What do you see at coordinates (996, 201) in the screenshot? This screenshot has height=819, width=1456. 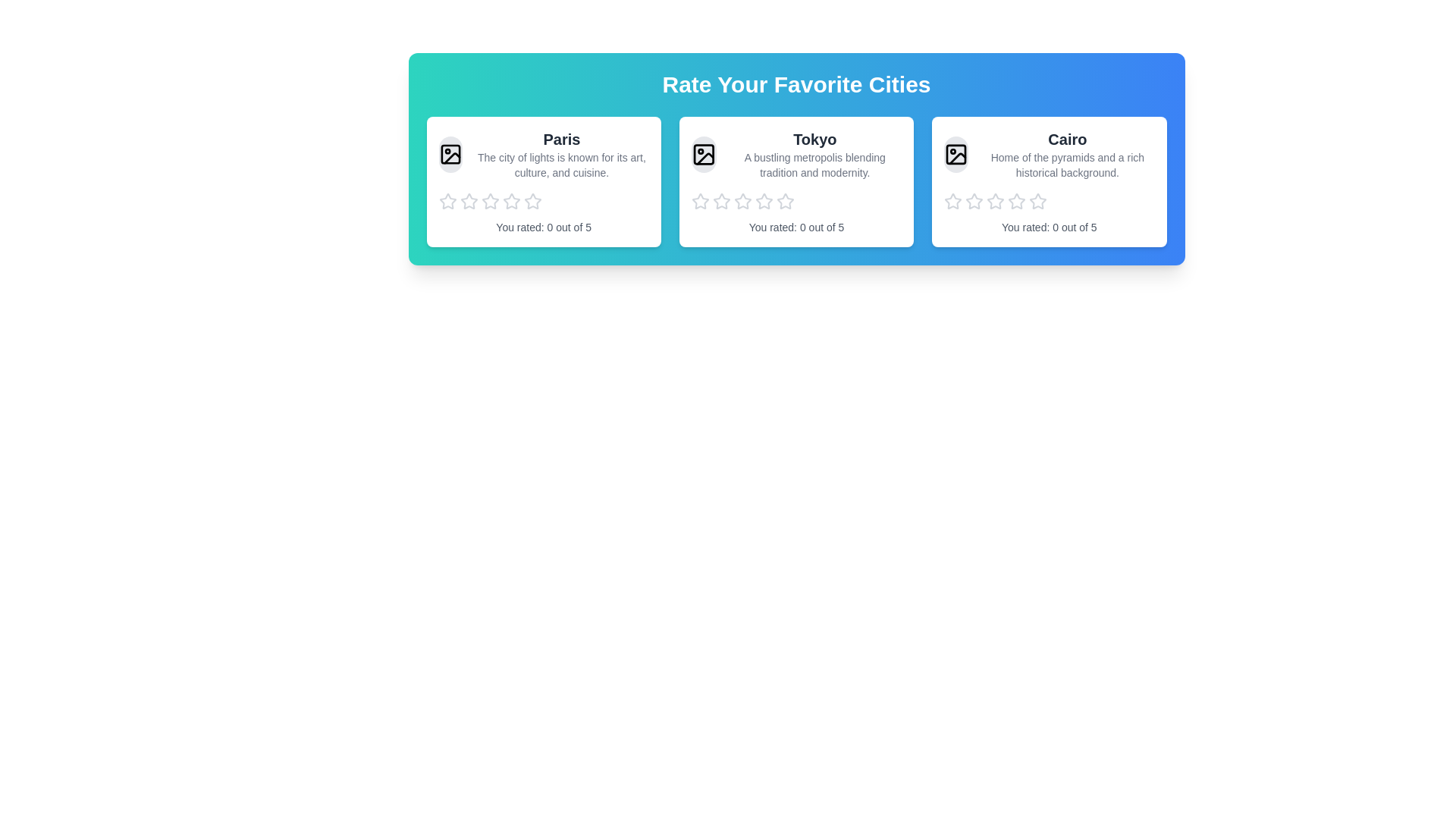 I see `the fourth outlined star icon in the interactive star rating component below the city name 'Cairo' to rate it as 4` at bounding box center [996, 201].